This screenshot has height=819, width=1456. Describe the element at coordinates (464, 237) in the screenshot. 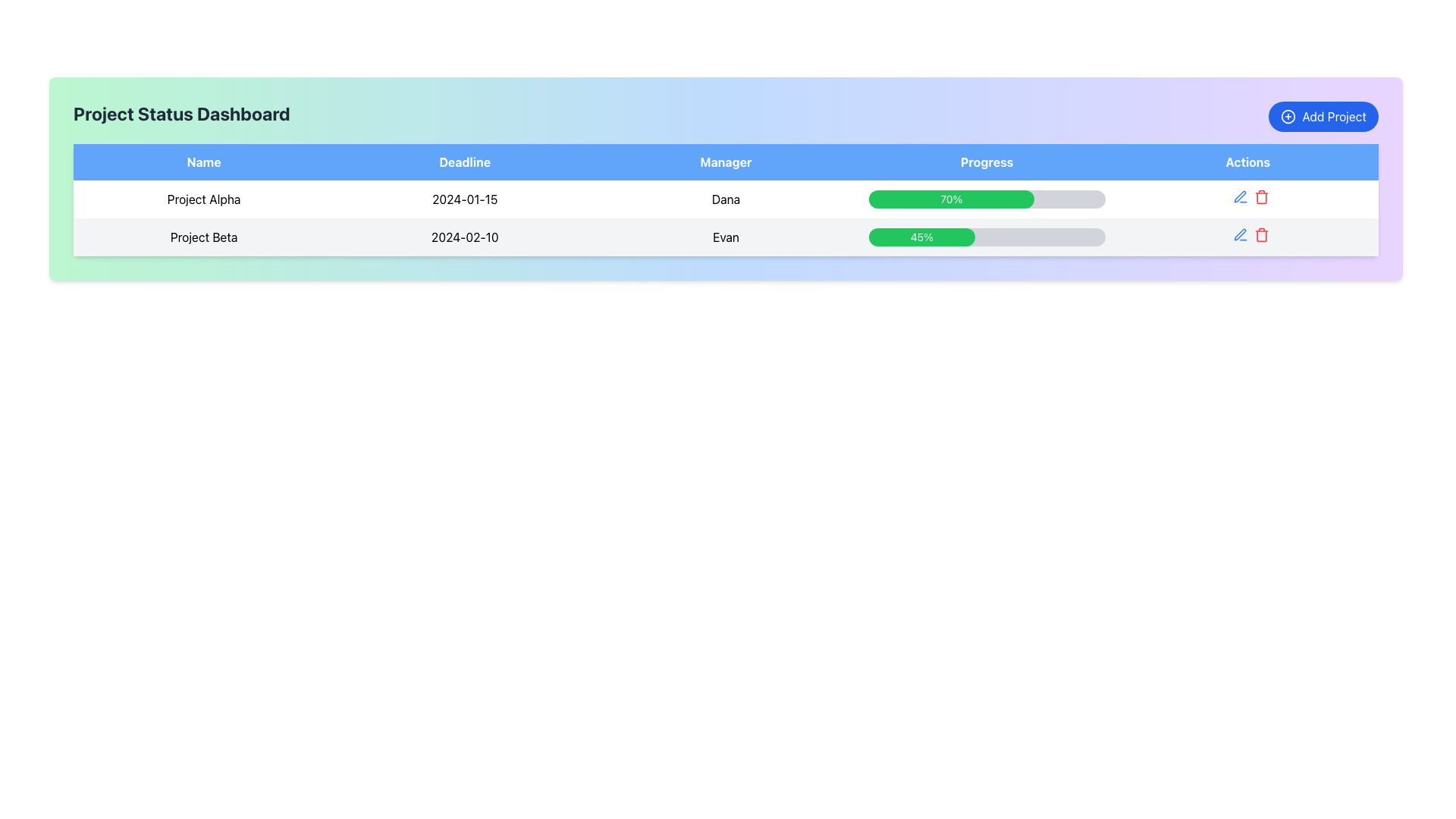

I see `the static text label displaying the date '2024-02-10', which is located in the 'Deadline' column of the second row in the table` at that location.